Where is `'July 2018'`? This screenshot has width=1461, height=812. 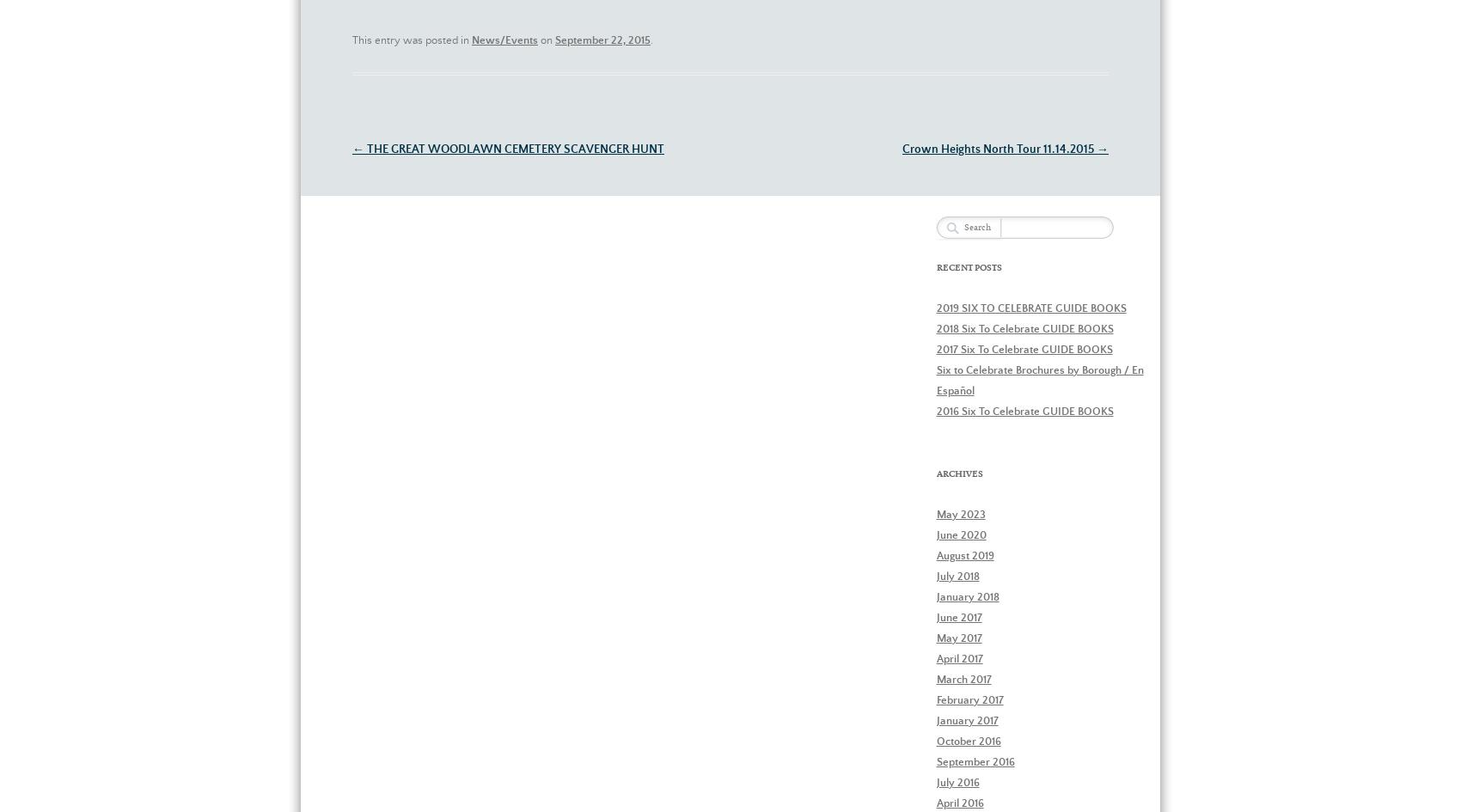 'July 2018' is located at coordinates (957, 575).